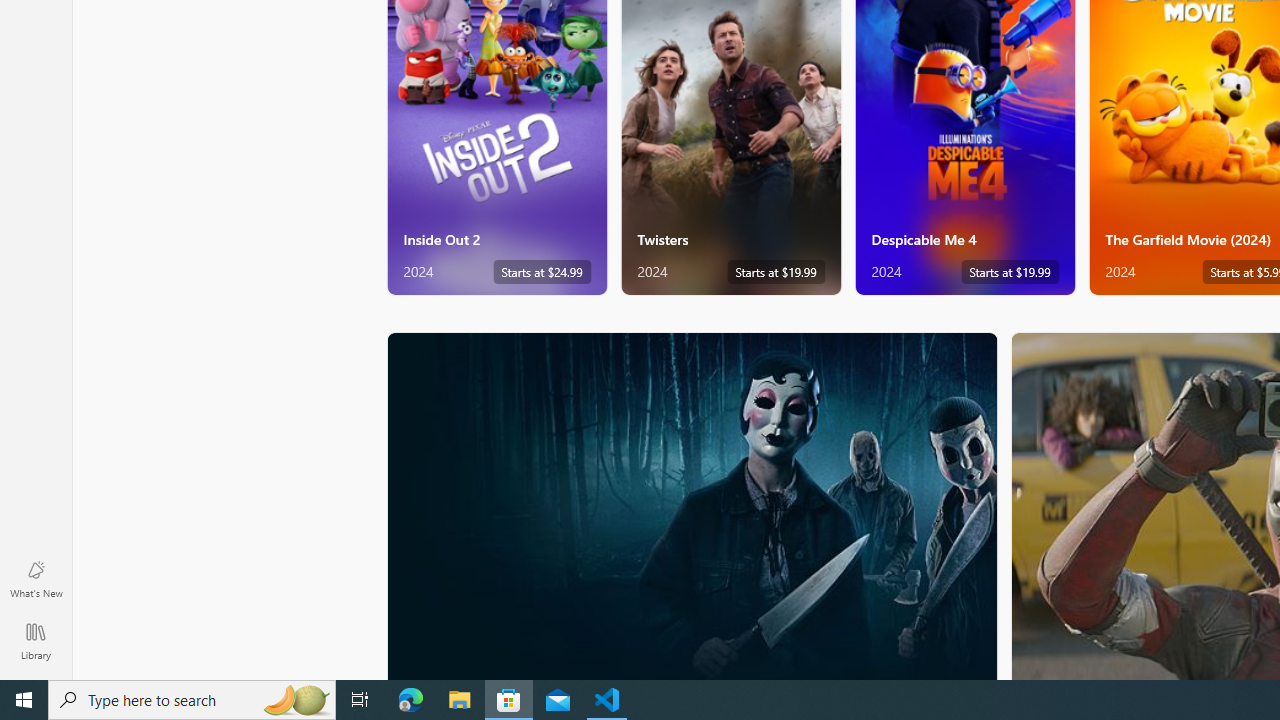 This screenshot has width=1280, height=720. Describe the element at coordinates (692, 504) in the screenshot. I see `'Horror'` at that location.